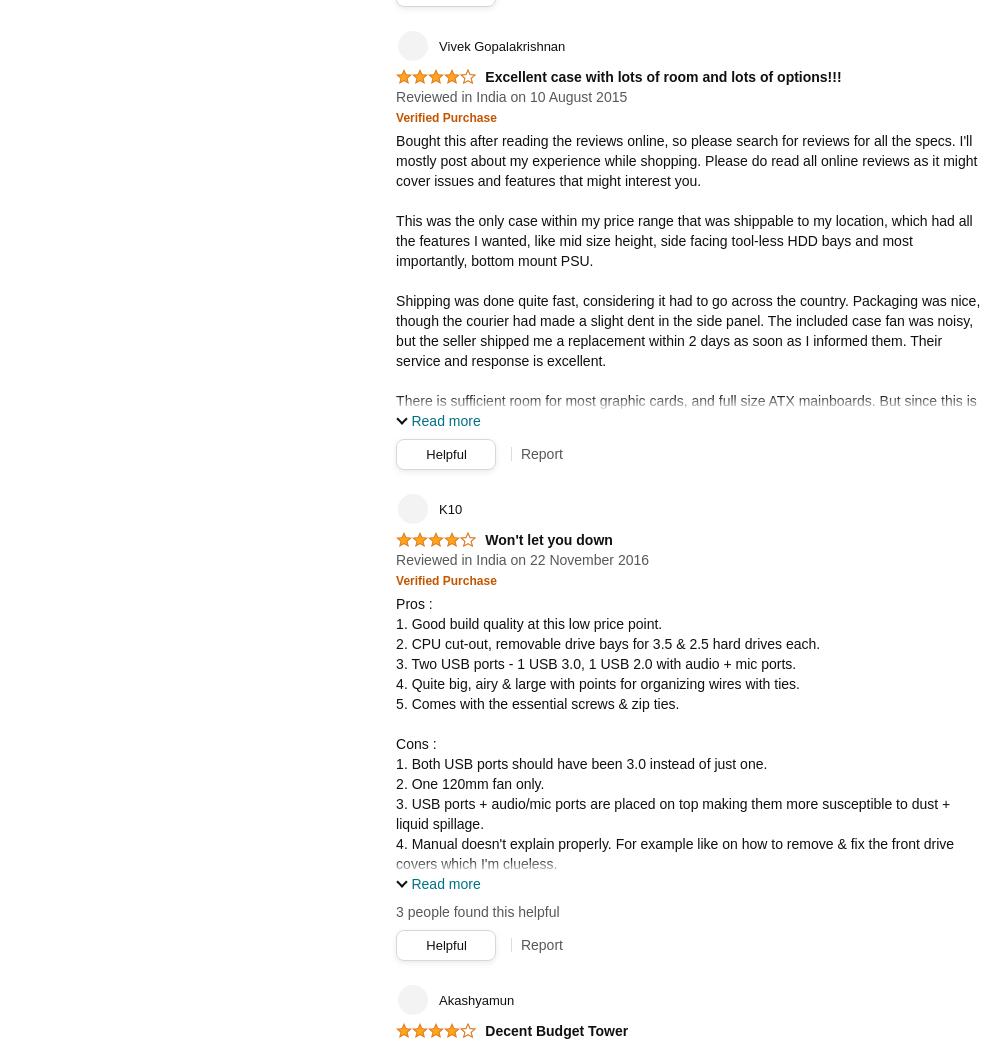  I want to click on '1. Both USB ports should have been 3.0 instead of just one.', so click(580, 762).